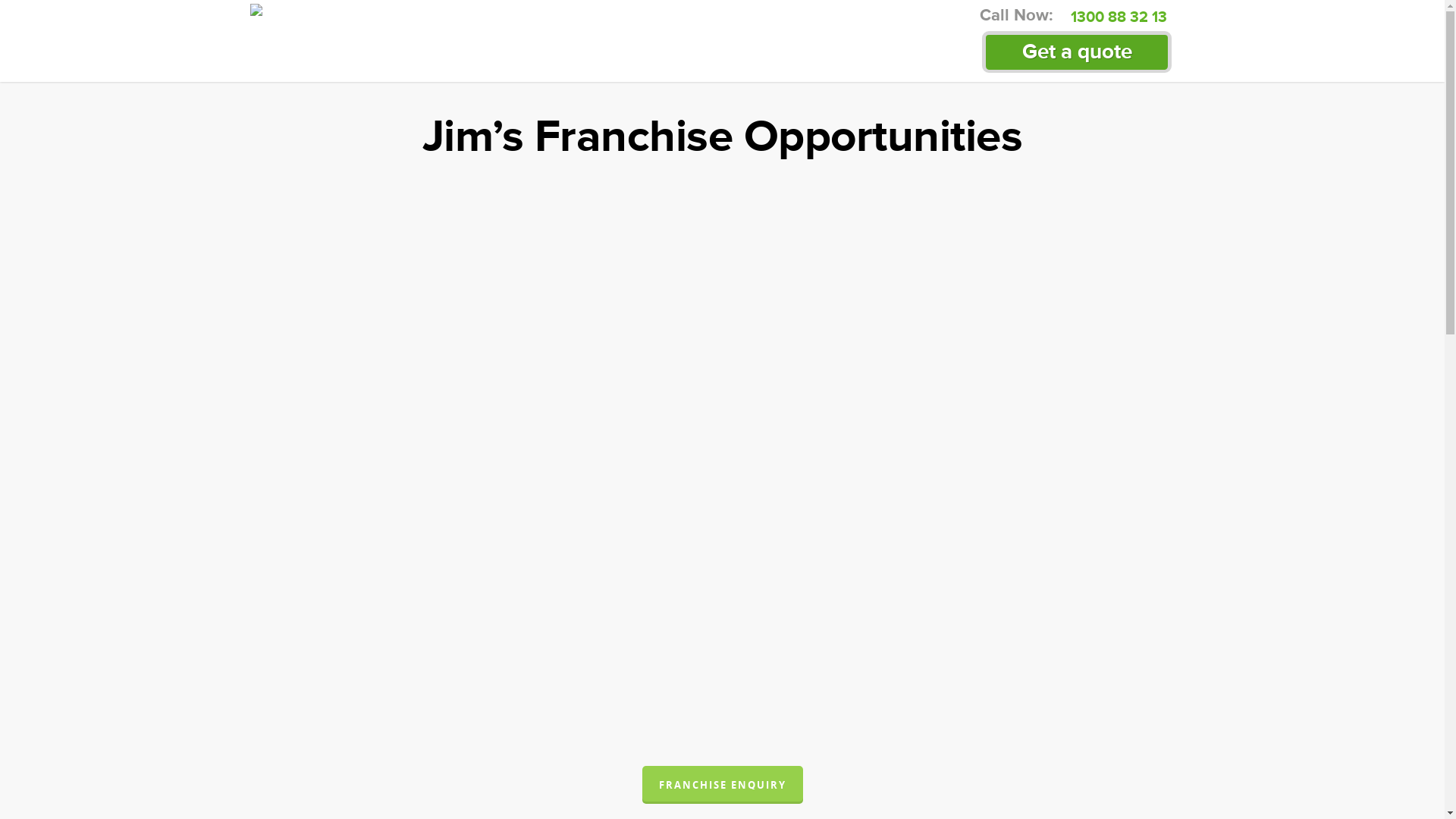 The width and height of the screenshot is (1456, 819). What do you see at coordinates (1052, 20) in the screenshot?
I see `'1300 88 32 13'` at bounding box center [1052, 20].